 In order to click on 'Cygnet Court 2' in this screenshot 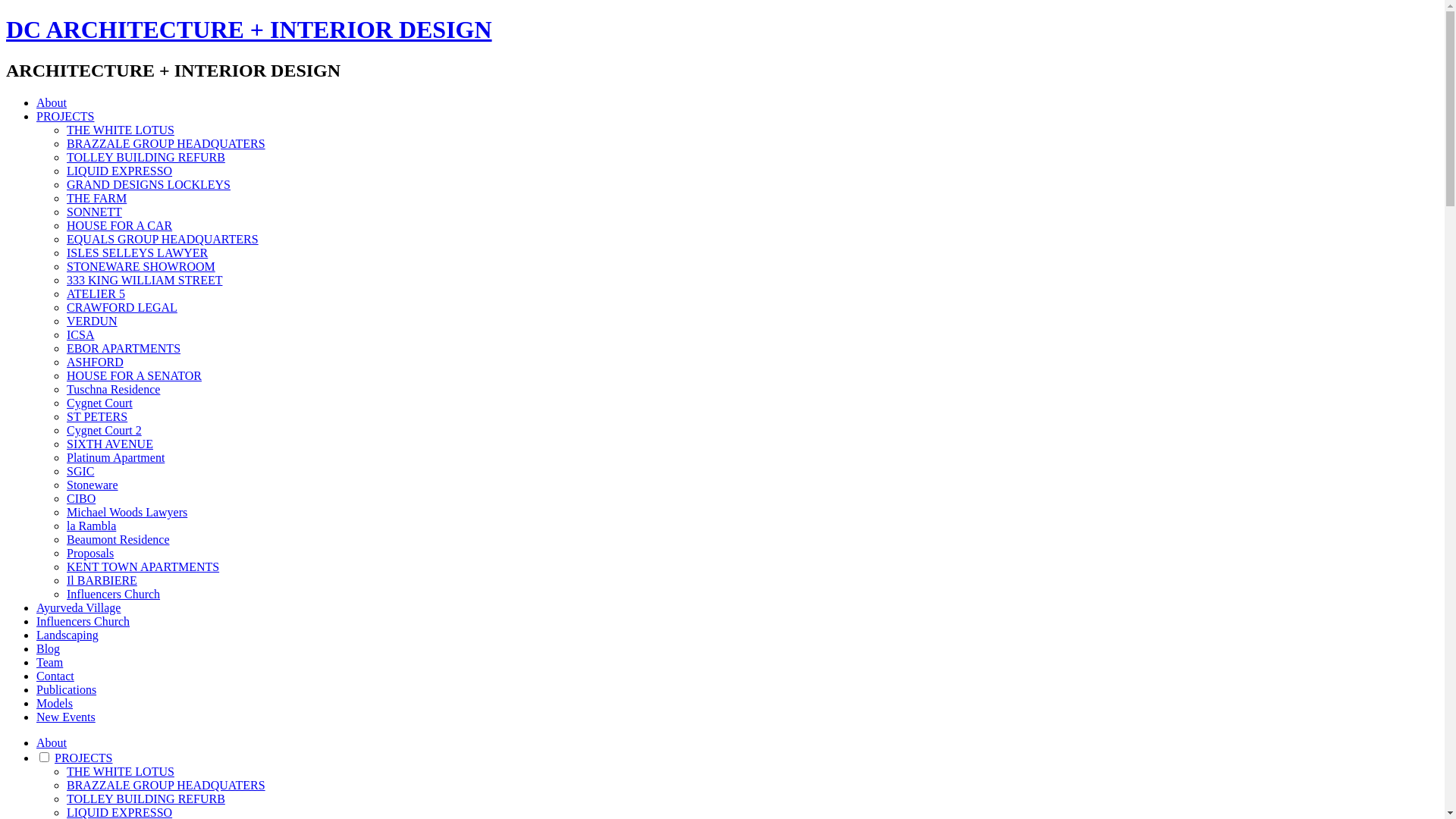, I will do `click(103, 430)`.